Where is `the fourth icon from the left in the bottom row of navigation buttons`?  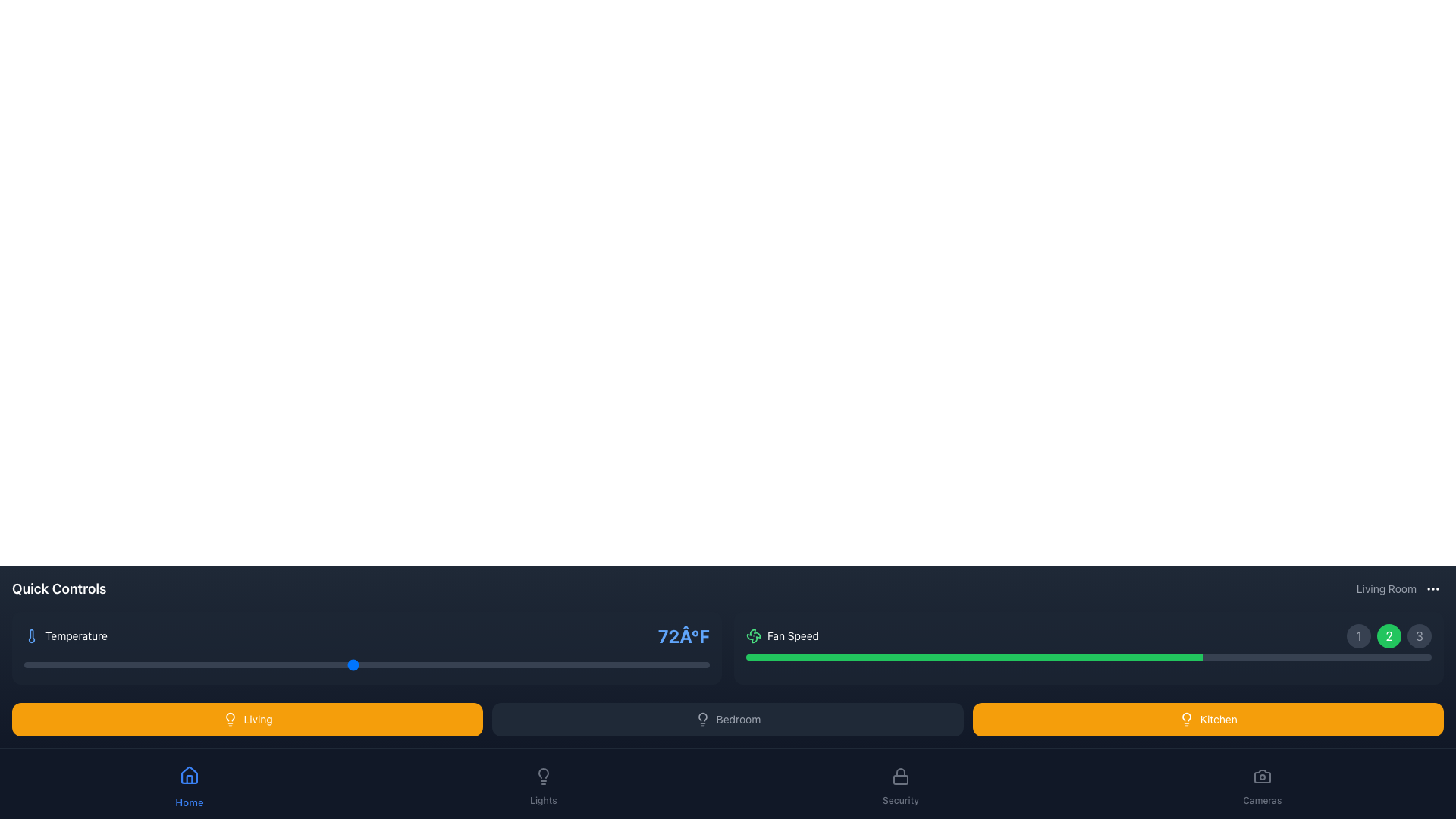
the fourth icon from the left in the bottom row of navigation buttons is located at coordinates (543, 776).